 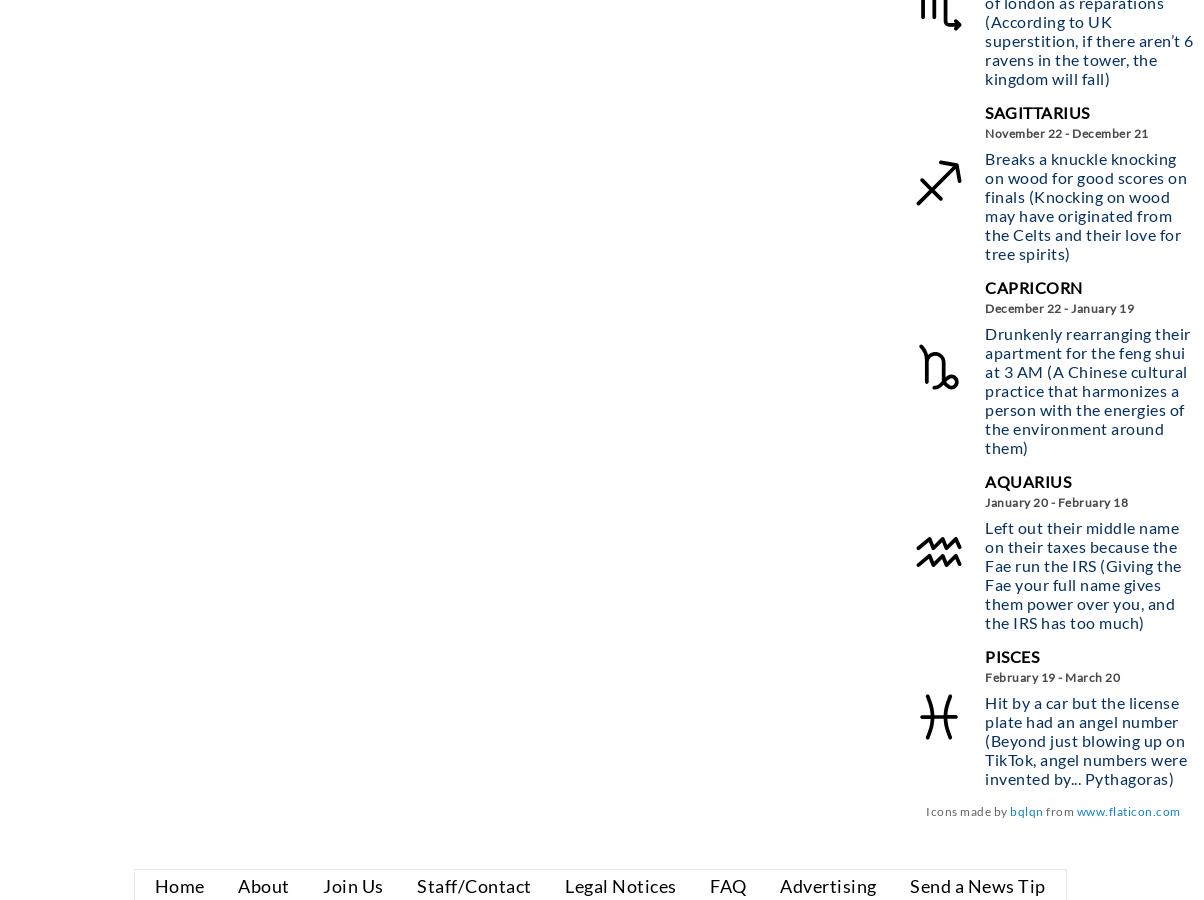 I want to click on 'Join Us', so click(x=353, y=884).